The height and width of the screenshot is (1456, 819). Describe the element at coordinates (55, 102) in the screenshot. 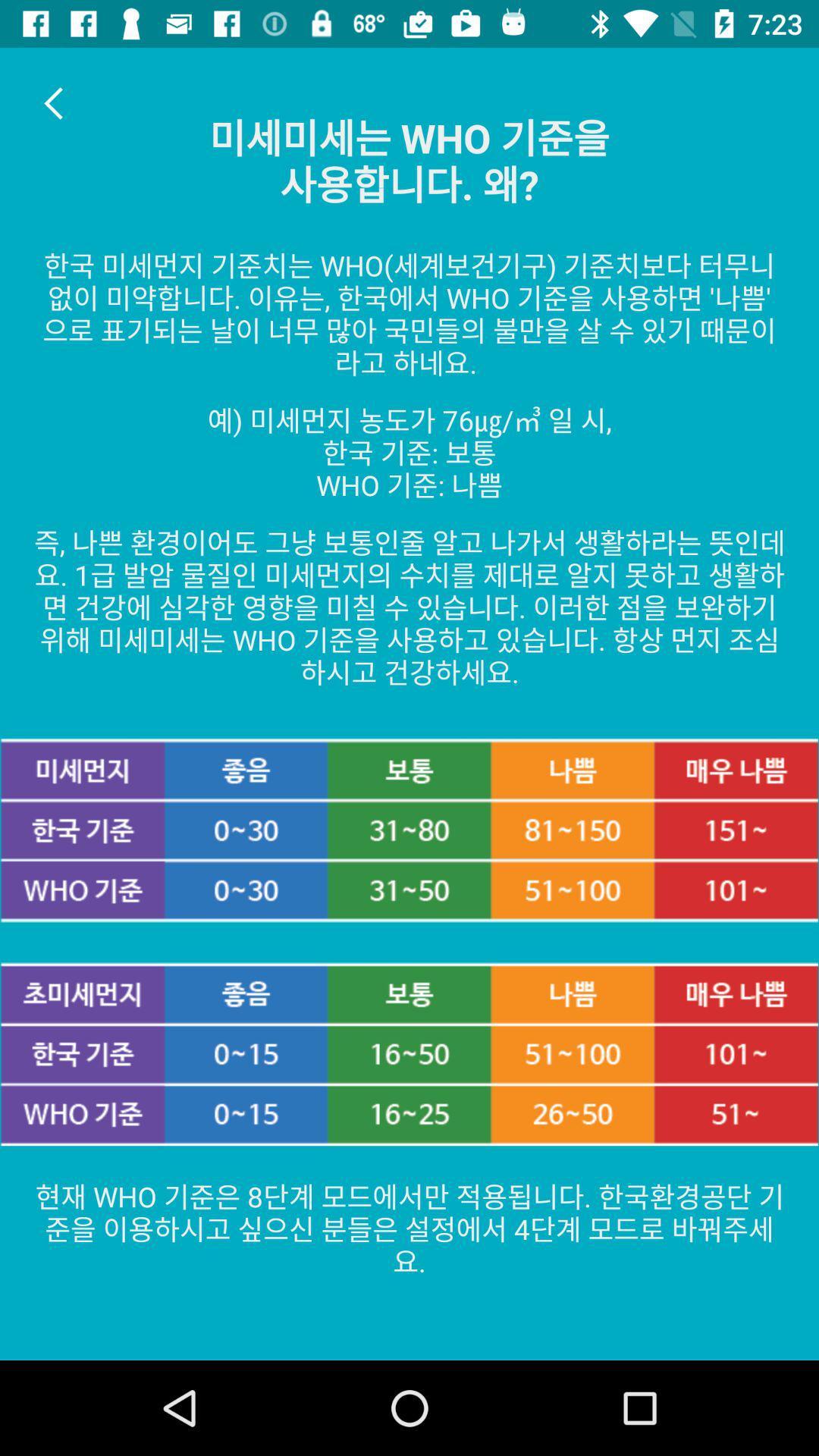

I see `the arrow_backward icon` at that location.